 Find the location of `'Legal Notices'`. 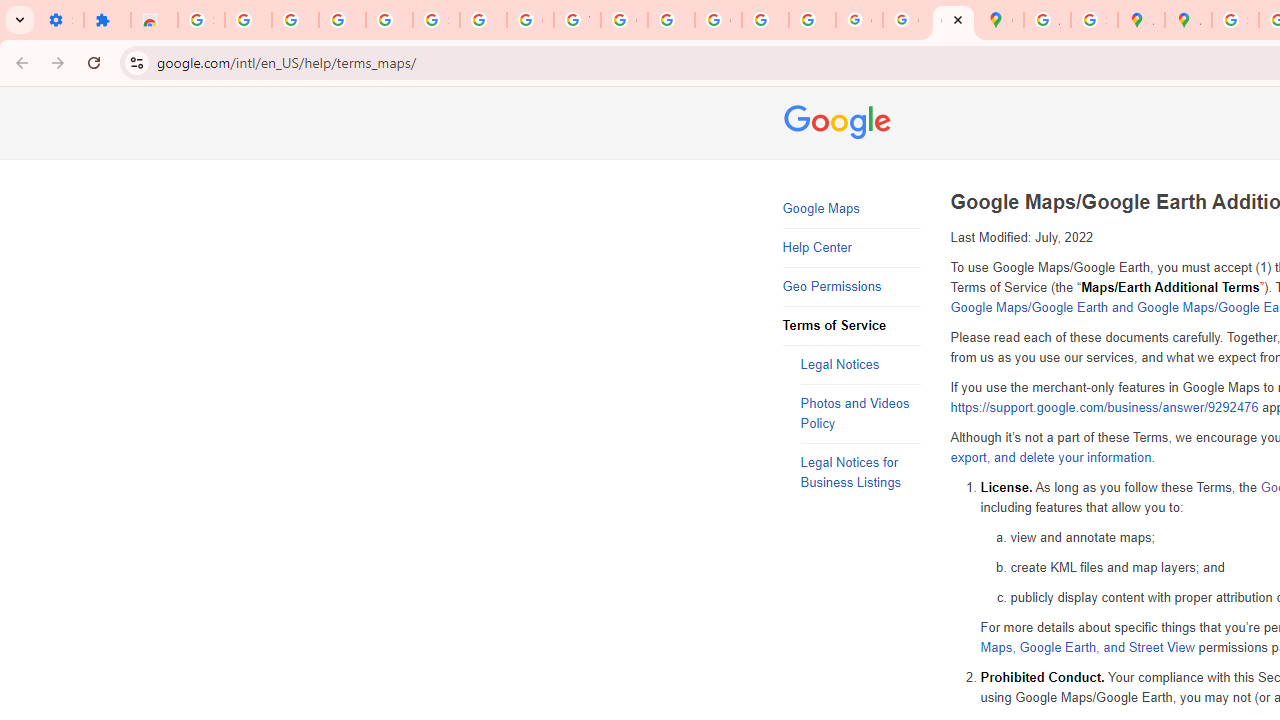

'Legal Notices' is located at coordinates (860, 365).